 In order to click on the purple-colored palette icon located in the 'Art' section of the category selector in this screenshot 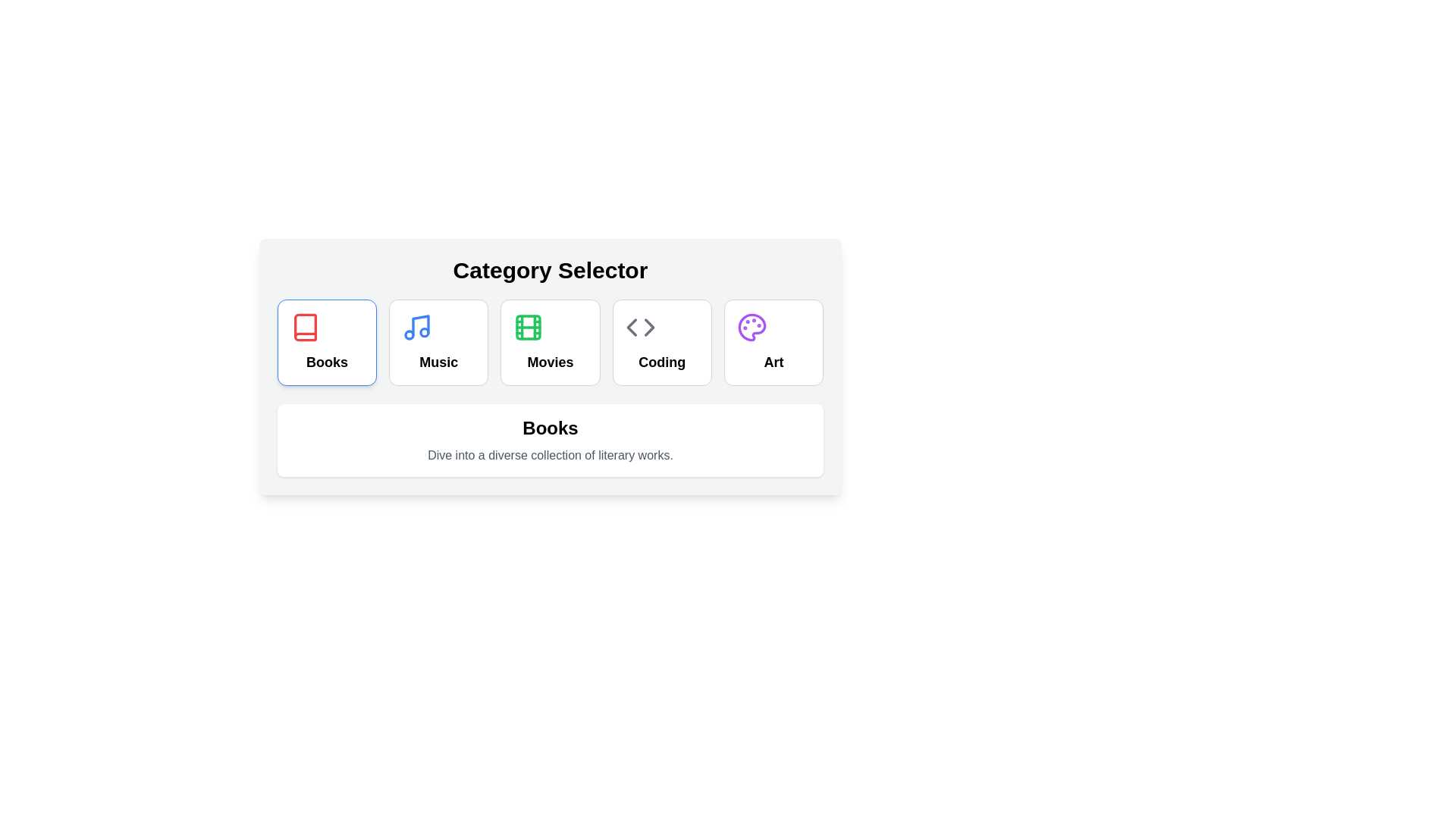, I will do `click(752, 327)`.